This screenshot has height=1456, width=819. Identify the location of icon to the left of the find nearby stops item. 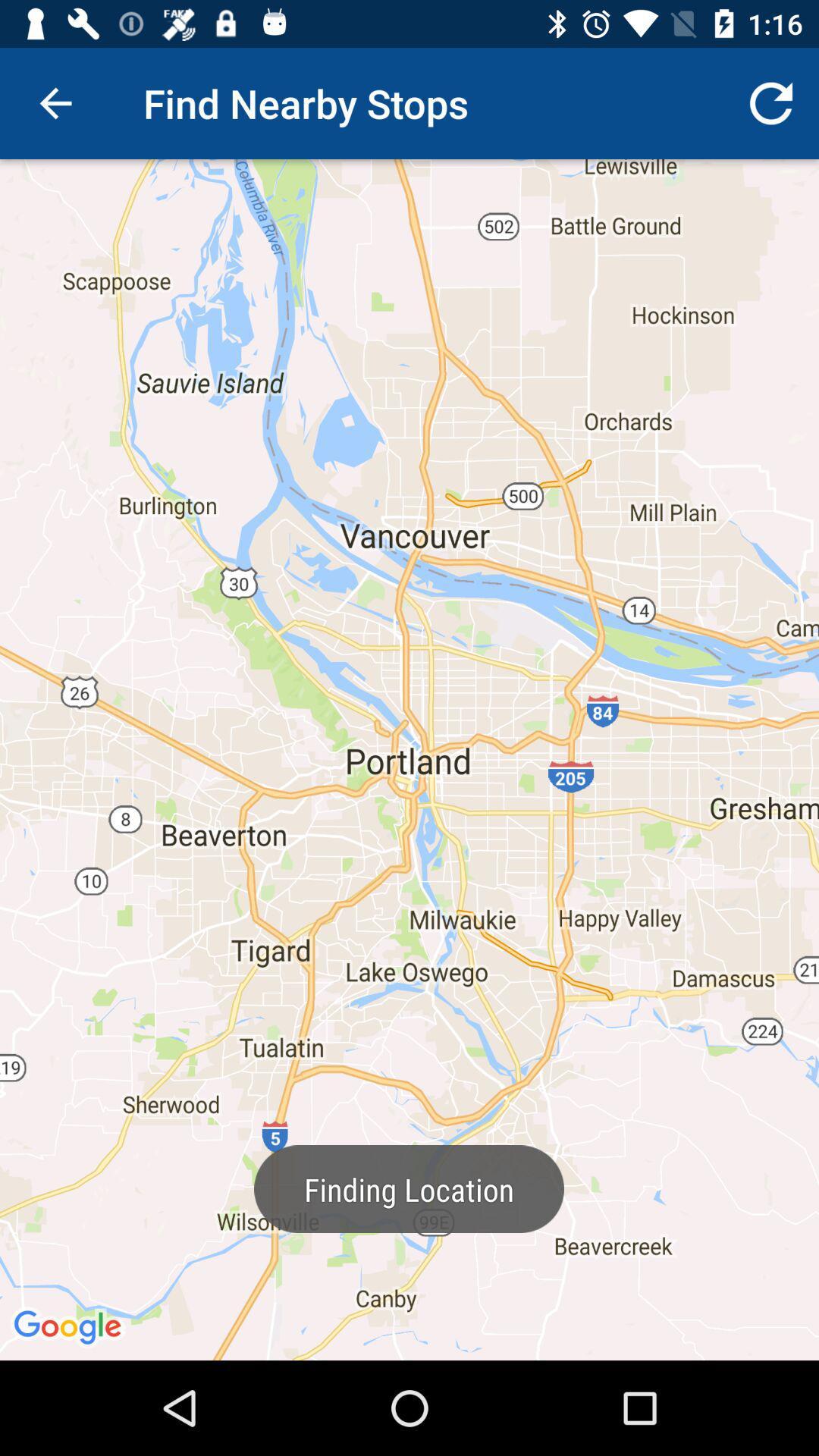
(55, 102).